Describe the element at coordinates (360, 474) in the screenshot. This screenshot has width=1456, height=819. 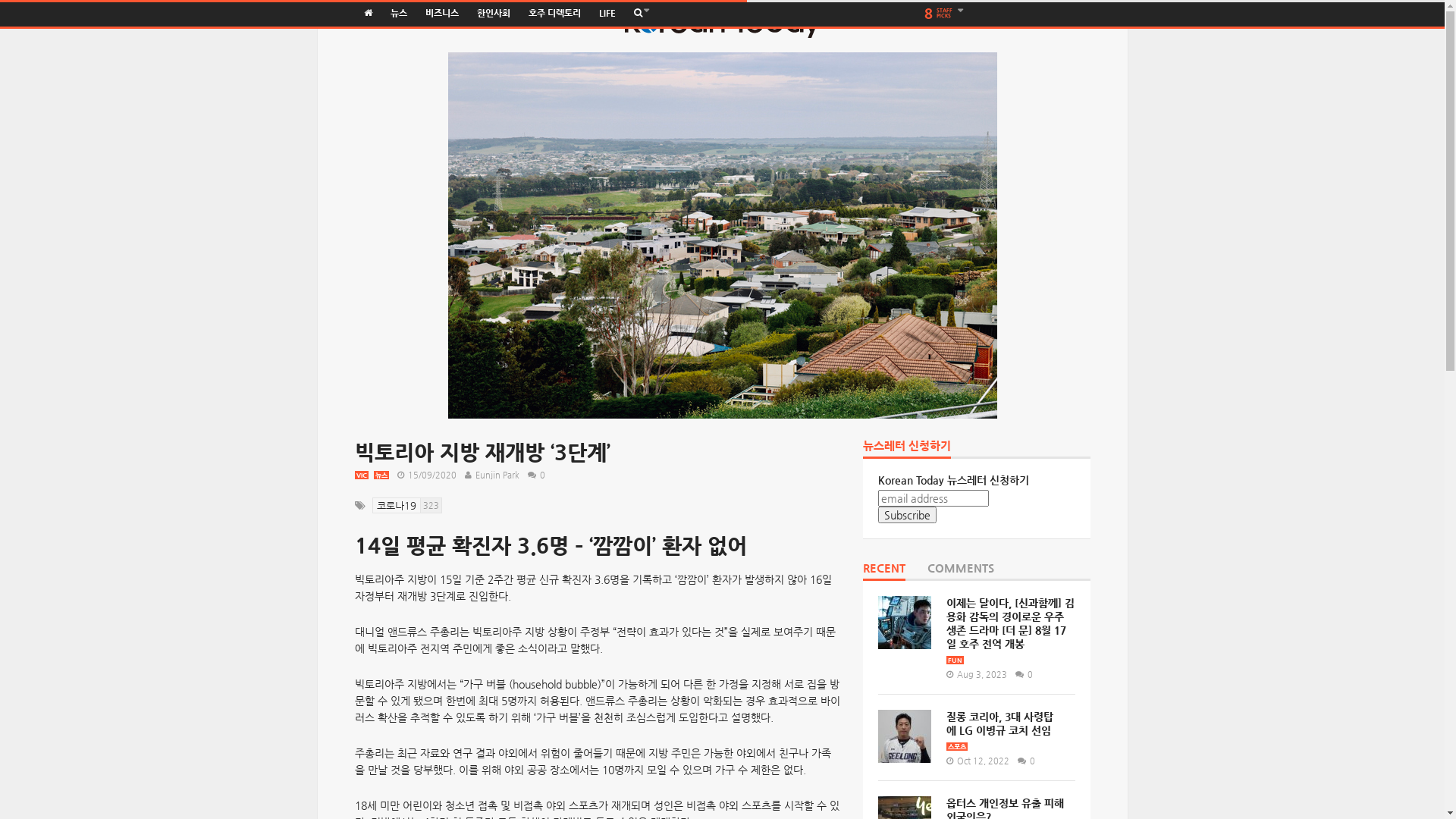
I see `'VIC'` at that location.